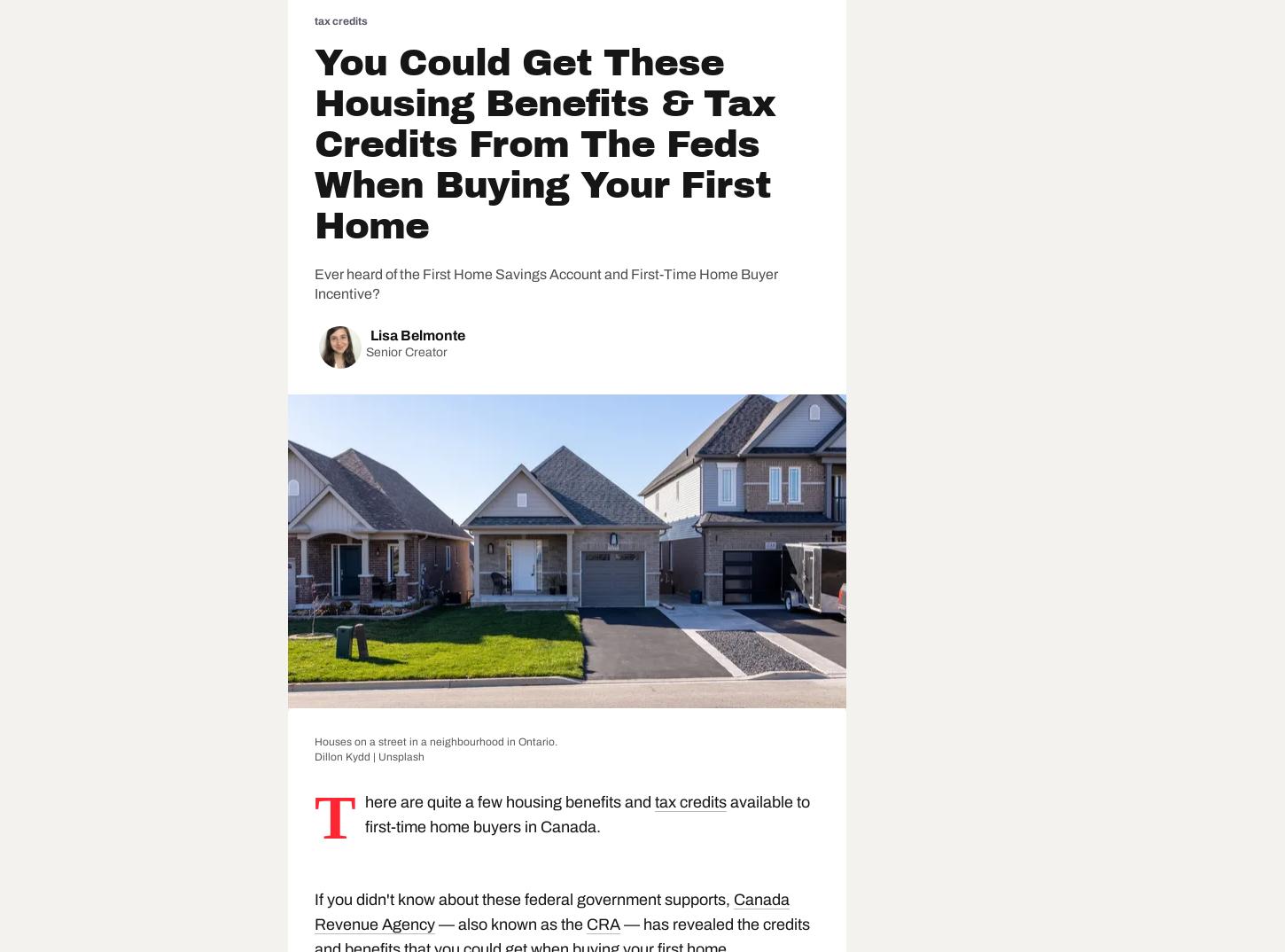 The width and height of the screenshot is (1285, 952). What do you see at coordinates (603, 923) in the screenshot?
I see `'CRA'` at bounding box center [603, 923].